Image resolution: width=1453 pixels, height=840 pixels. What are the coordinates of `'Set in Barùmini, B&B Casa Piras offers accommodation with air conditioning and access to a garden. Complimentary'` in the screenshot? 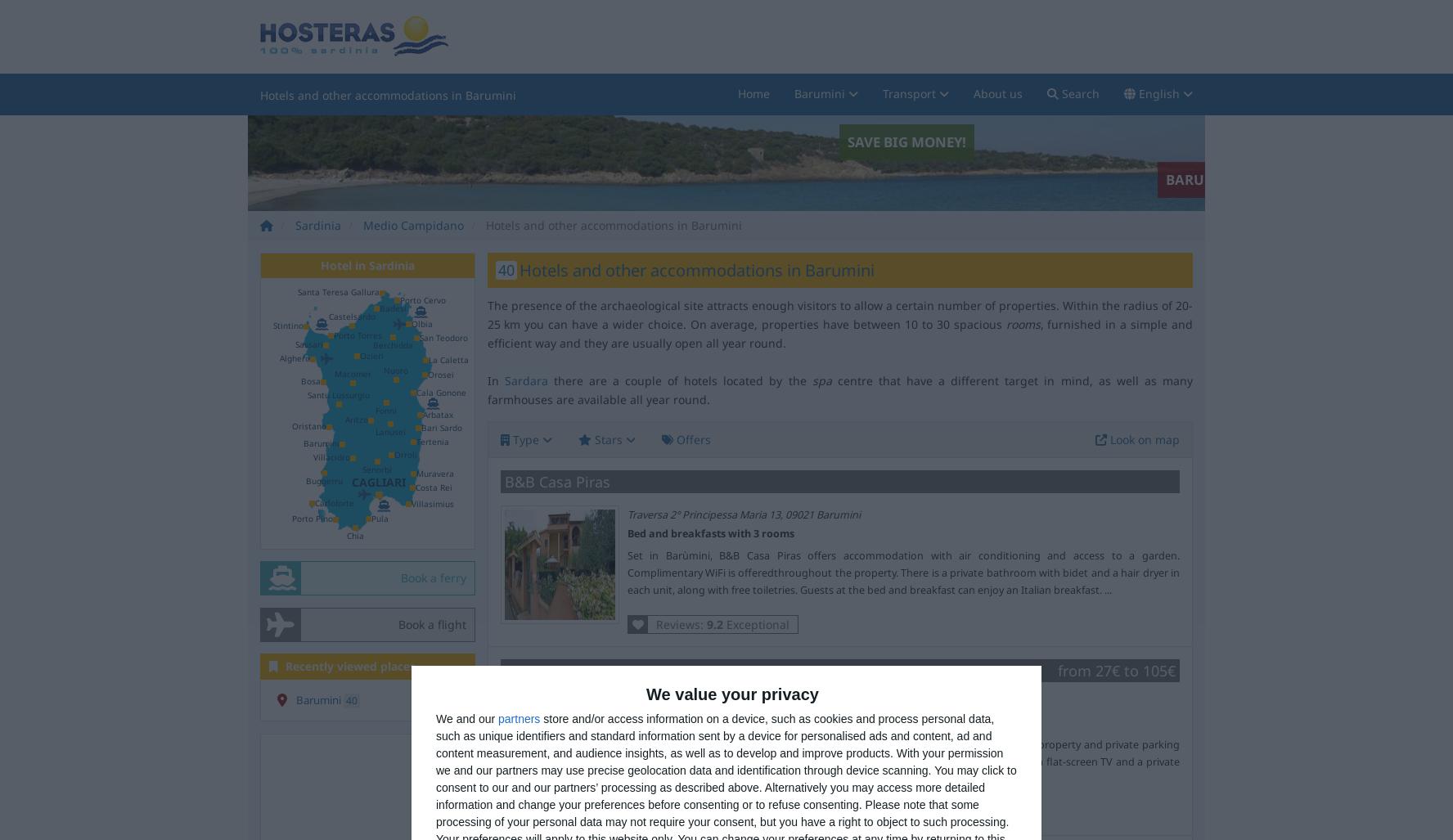 It's located at (902, 564).